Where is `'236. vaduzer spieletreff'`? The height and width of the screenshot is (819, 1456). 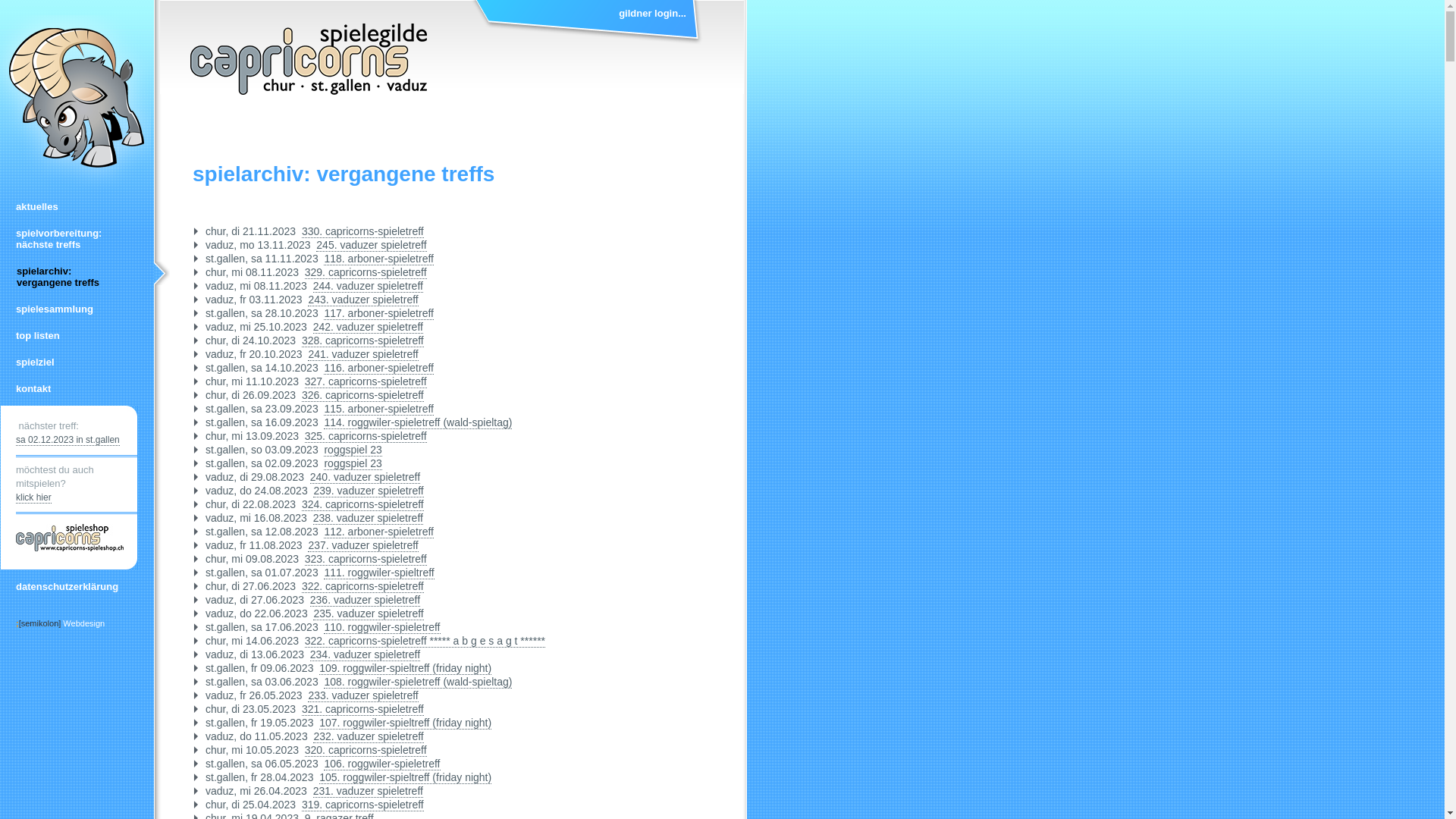 '236. vaduzer spieletreff' is located at coordinates (309, 599).